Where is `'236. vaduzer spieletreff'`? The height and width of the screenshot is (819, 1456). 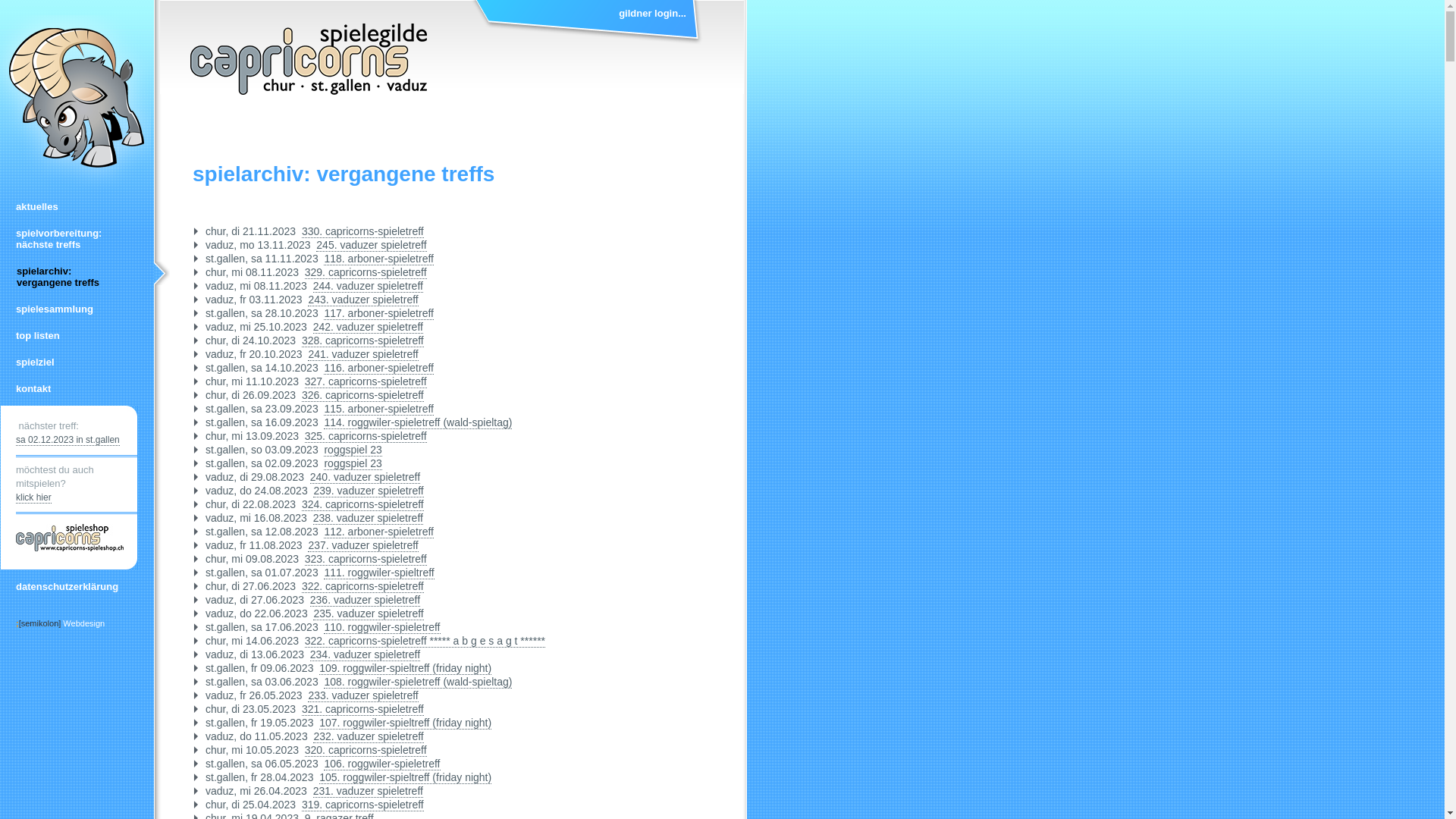 '236. vaduzer spieletreff' is located at coordinates (309, 599).